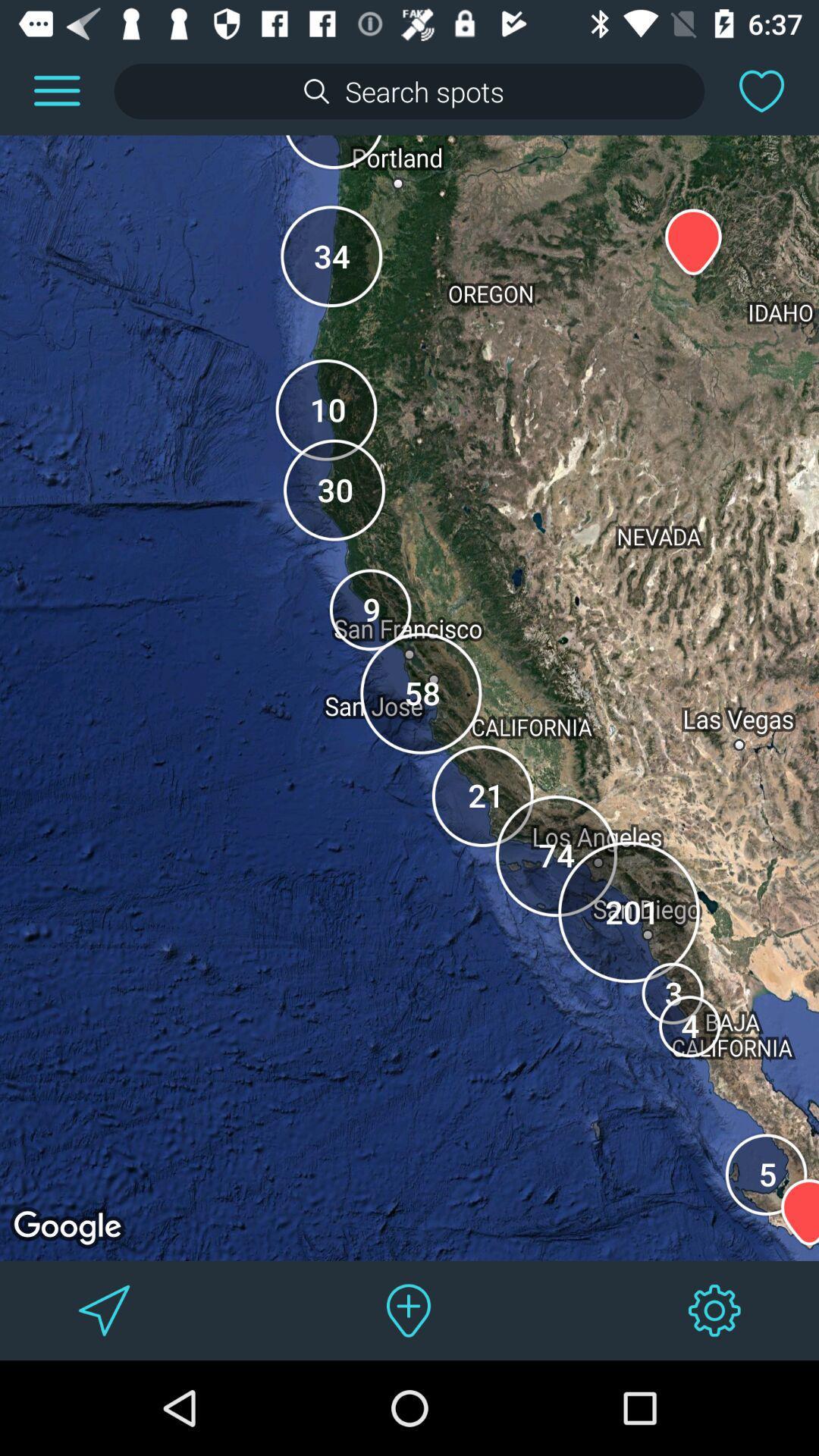 Image resolution: width=819 pixels, height=1456 pixels. I want to click on the navigation icon, so click(103, 1310).